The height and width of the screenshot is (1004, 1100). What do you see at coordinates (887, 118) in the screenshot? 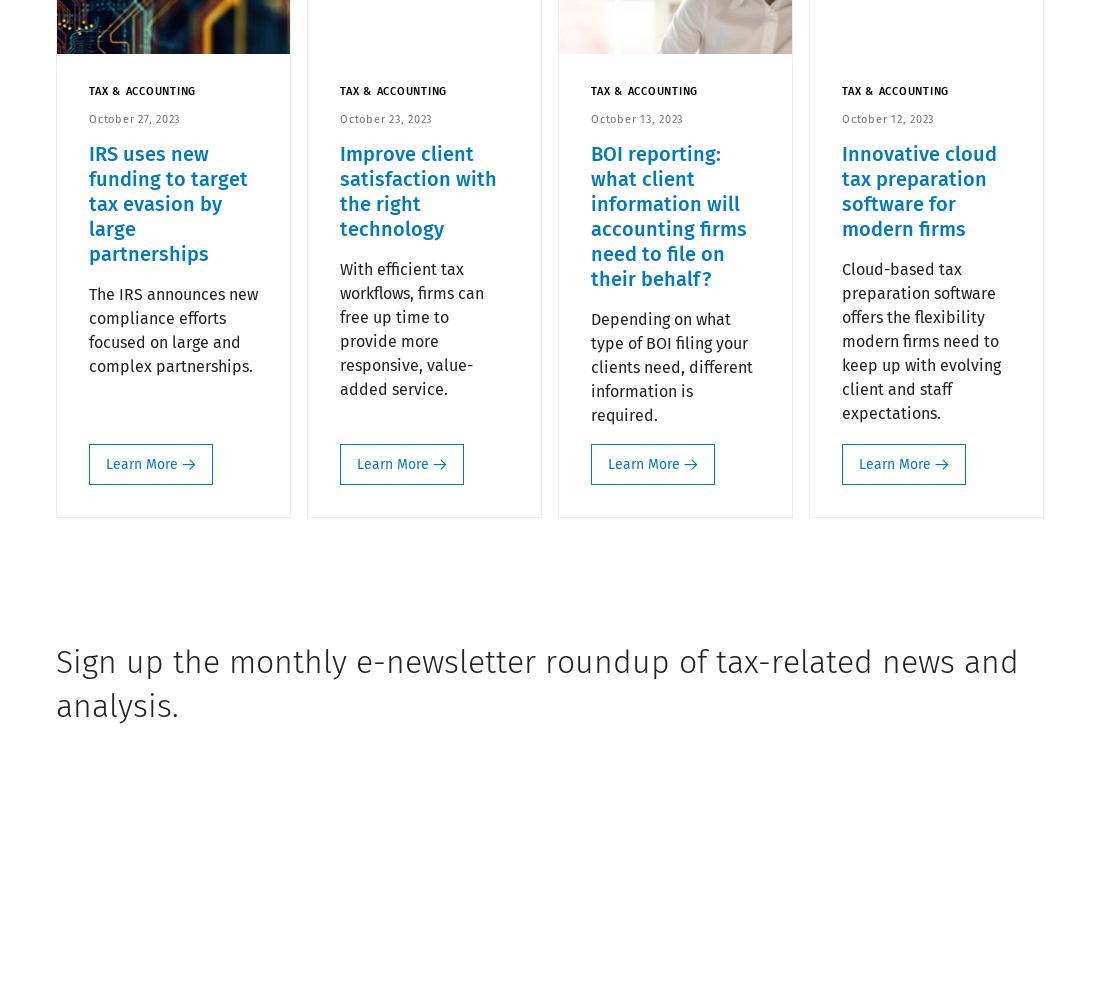
I see `'October 12, 2023'` at bounding box center [887, 118].